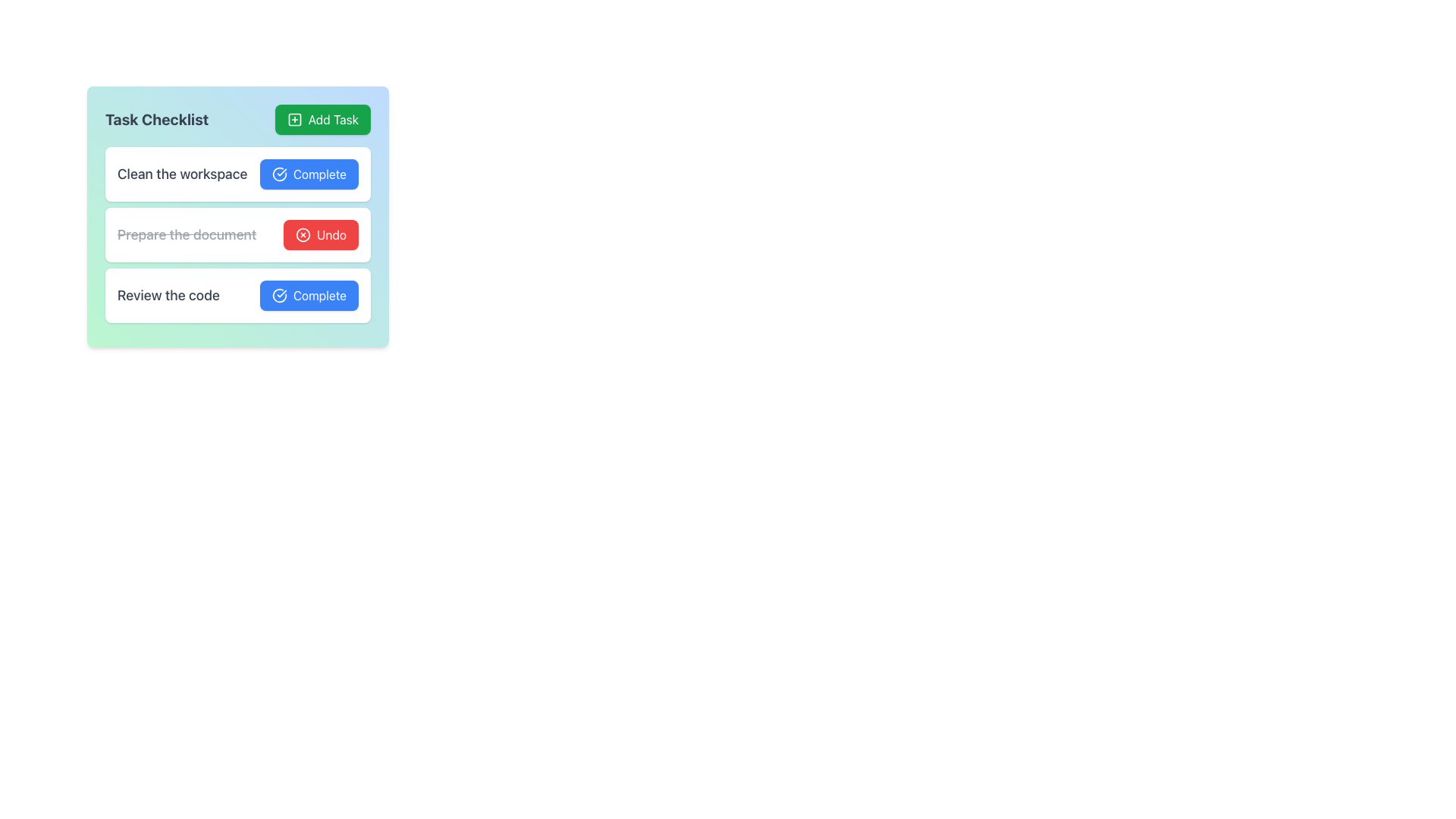 The image size is (1456, 819). I want to click on the text label that serves as a title for the tasks management section, located at the top left of the interface, so click(157, 119).